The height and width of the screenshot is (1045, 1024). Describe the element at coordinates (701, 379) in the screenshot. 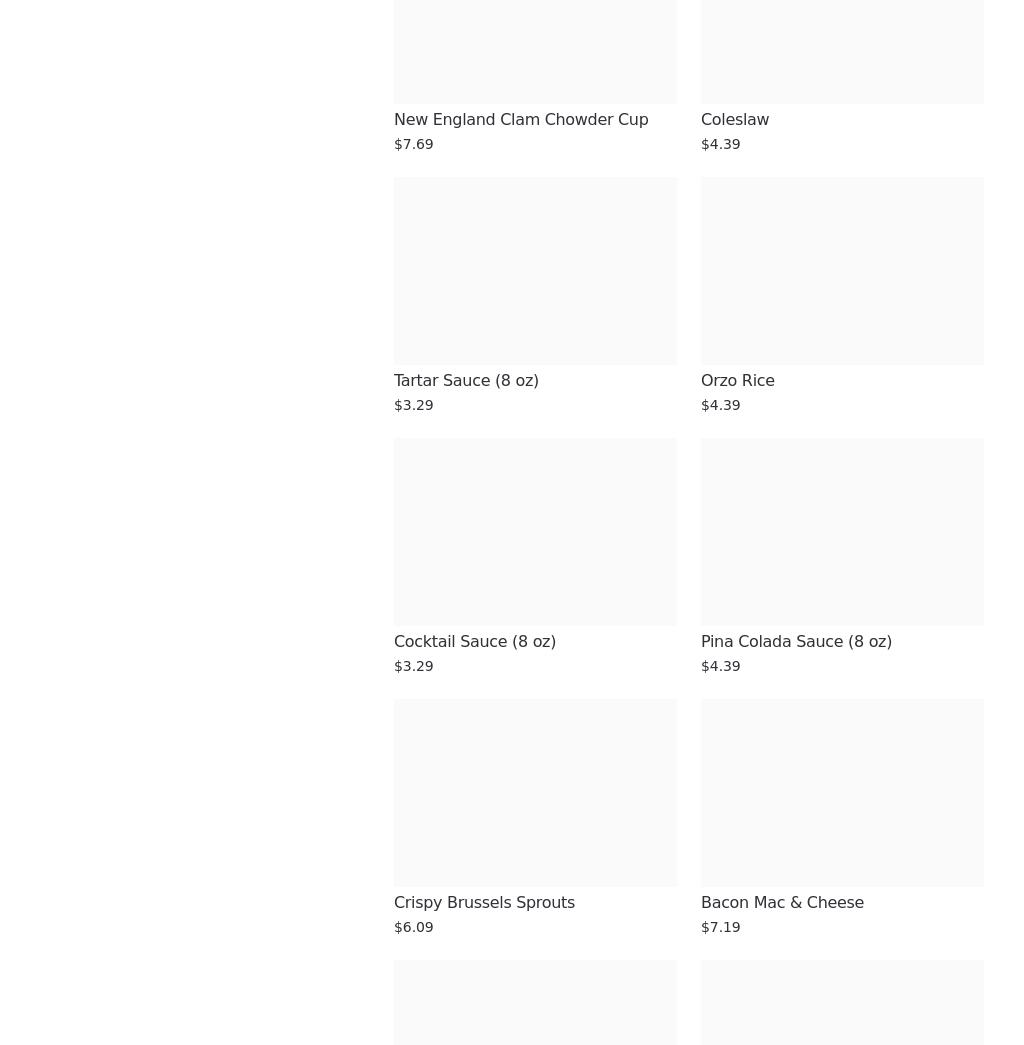

I see `'Orzo Rice'` at that location.